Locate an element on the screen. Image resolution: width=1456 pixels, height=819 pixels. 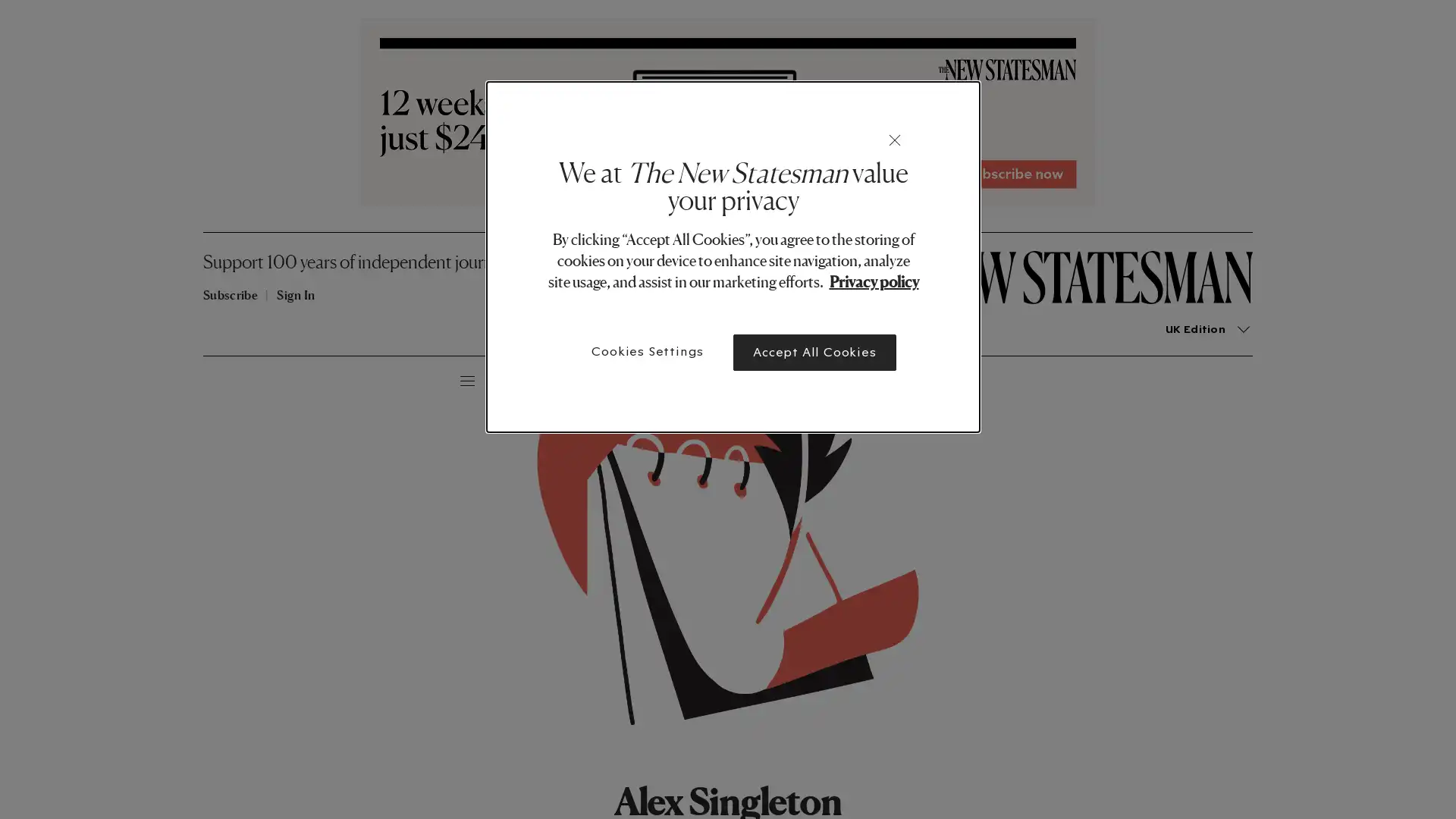
Close is located at coordinates (895, 140).